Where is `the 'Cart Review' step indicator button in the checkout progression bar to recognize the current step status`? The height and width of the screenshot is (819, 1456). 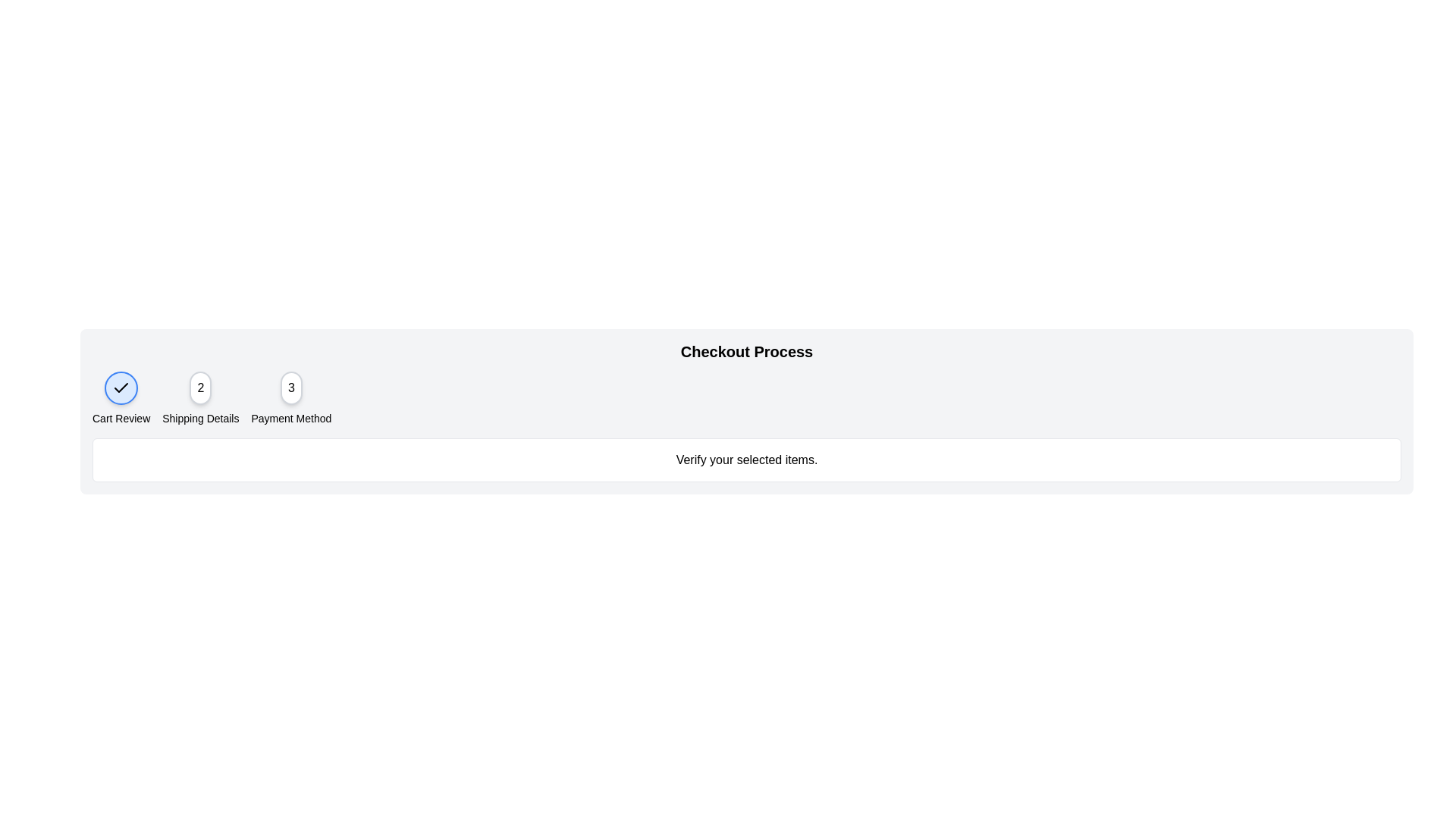 the 'Cart Review' step indicator button in the checkout progression bar to recognize the current step status is located at coordinates (121, 388).